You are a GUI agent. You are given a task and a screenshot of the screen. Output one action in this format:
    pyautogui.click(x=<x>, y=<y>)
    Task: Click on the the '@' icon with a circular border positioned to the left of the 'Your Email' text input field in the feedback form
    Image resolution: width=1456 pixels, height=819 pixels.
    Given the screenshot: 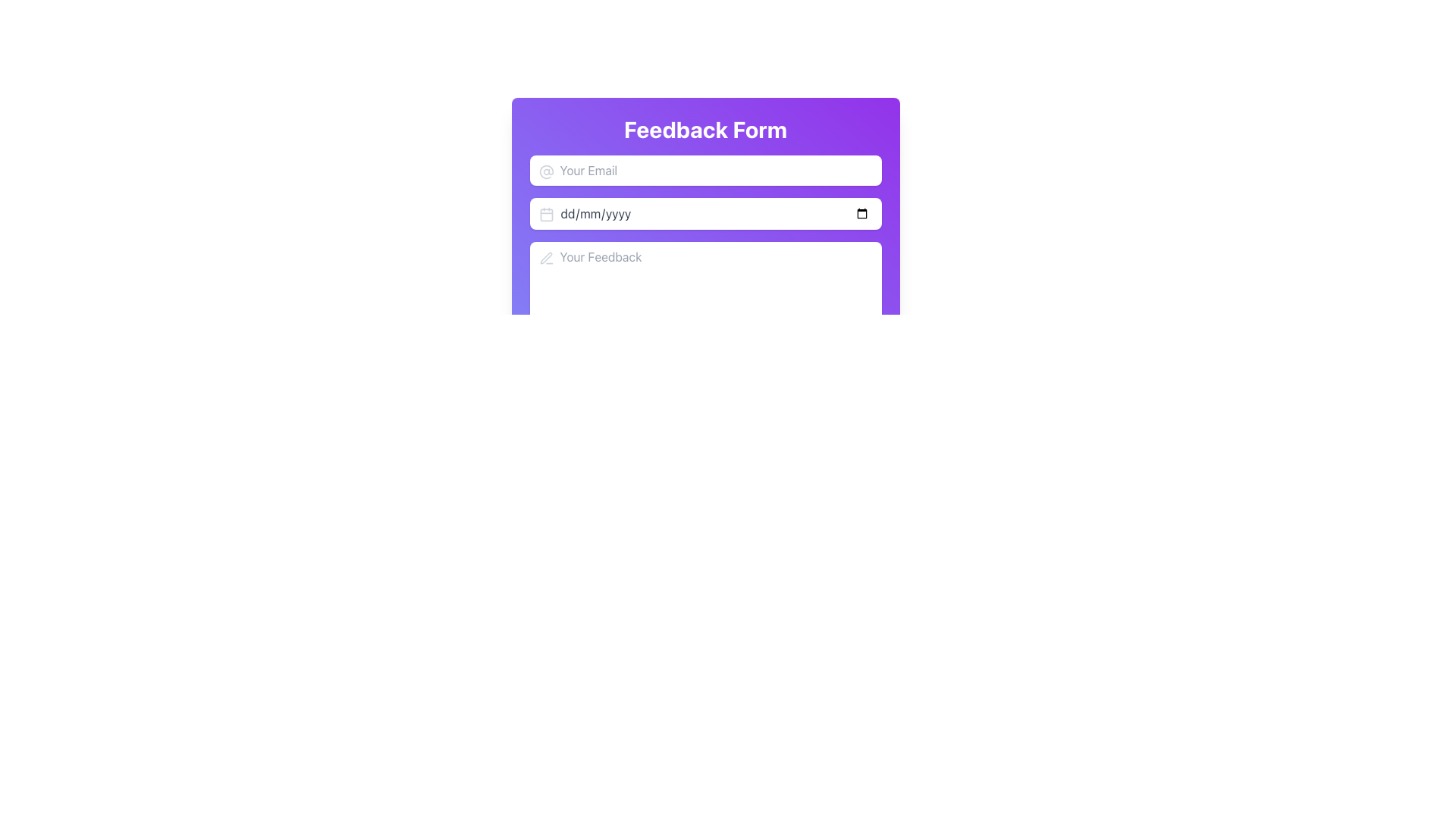 What is the action you would take?
    pyautogui.click(x=546, y=171)
    